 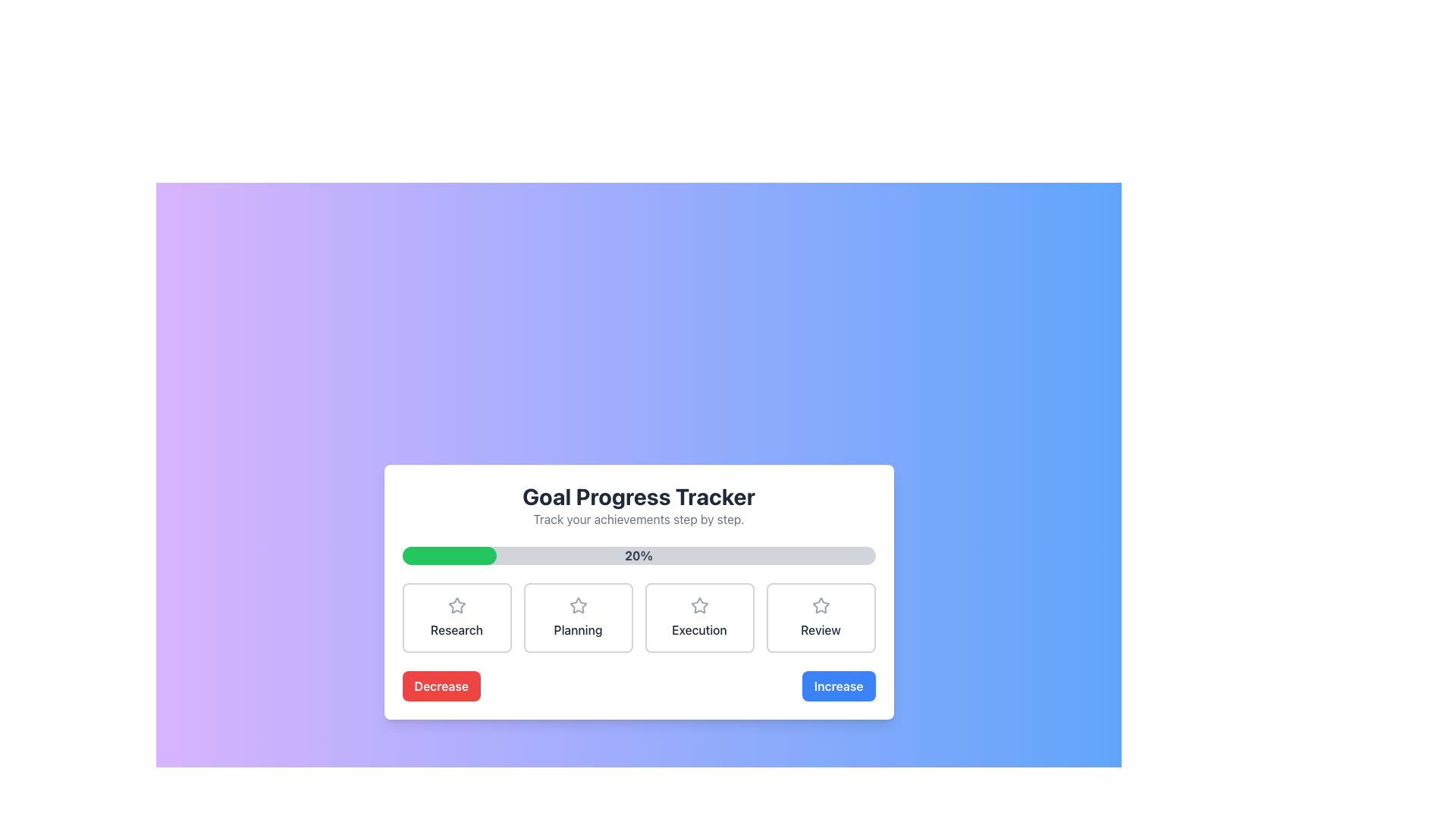 What do you see at coordinates (820, 617) in the screenshot?
I see `the card-style informational component labeled 'Review', which features a gray star icon and is located in the fourth column of a four-column grid layout` at bounding box center [820, 617].